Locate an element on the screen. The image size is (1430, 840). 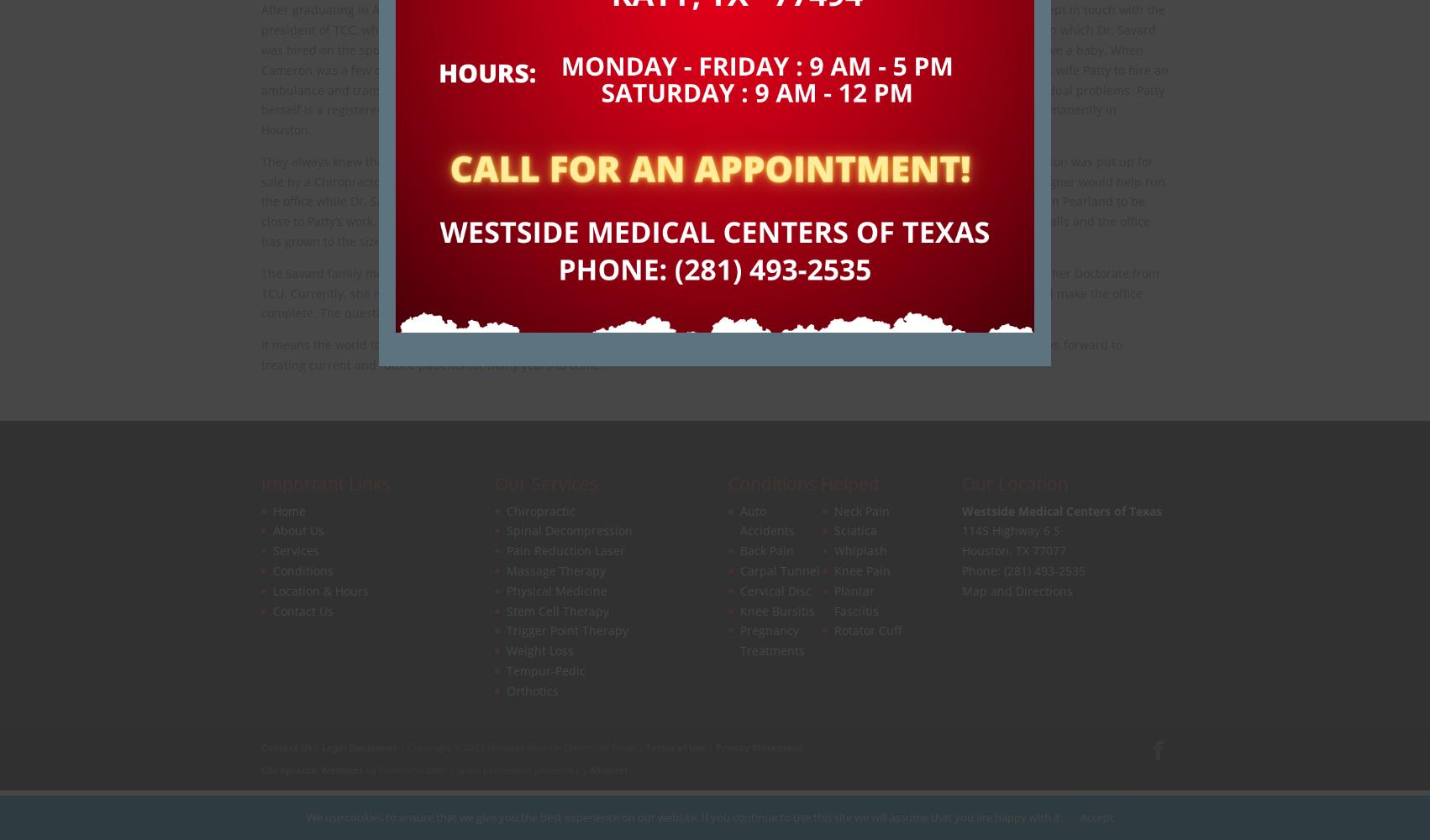
'Sciatica' is located at coordinates (854, 530).